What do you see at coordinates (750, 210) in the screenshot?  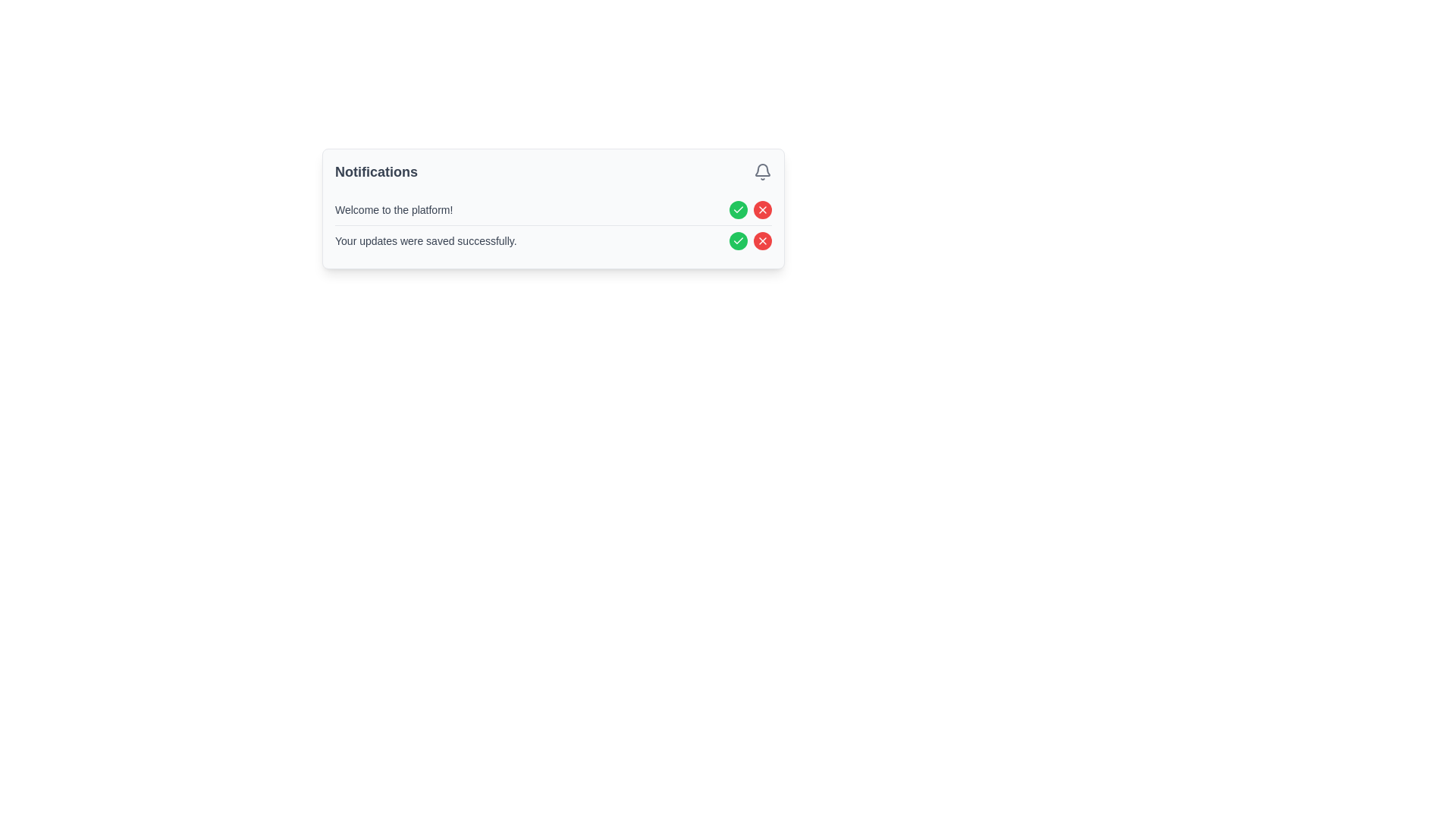 I see `the red cross button in the button group located to the right of the 'Welcome to the platform!' message` at bounding box center [750, 210].